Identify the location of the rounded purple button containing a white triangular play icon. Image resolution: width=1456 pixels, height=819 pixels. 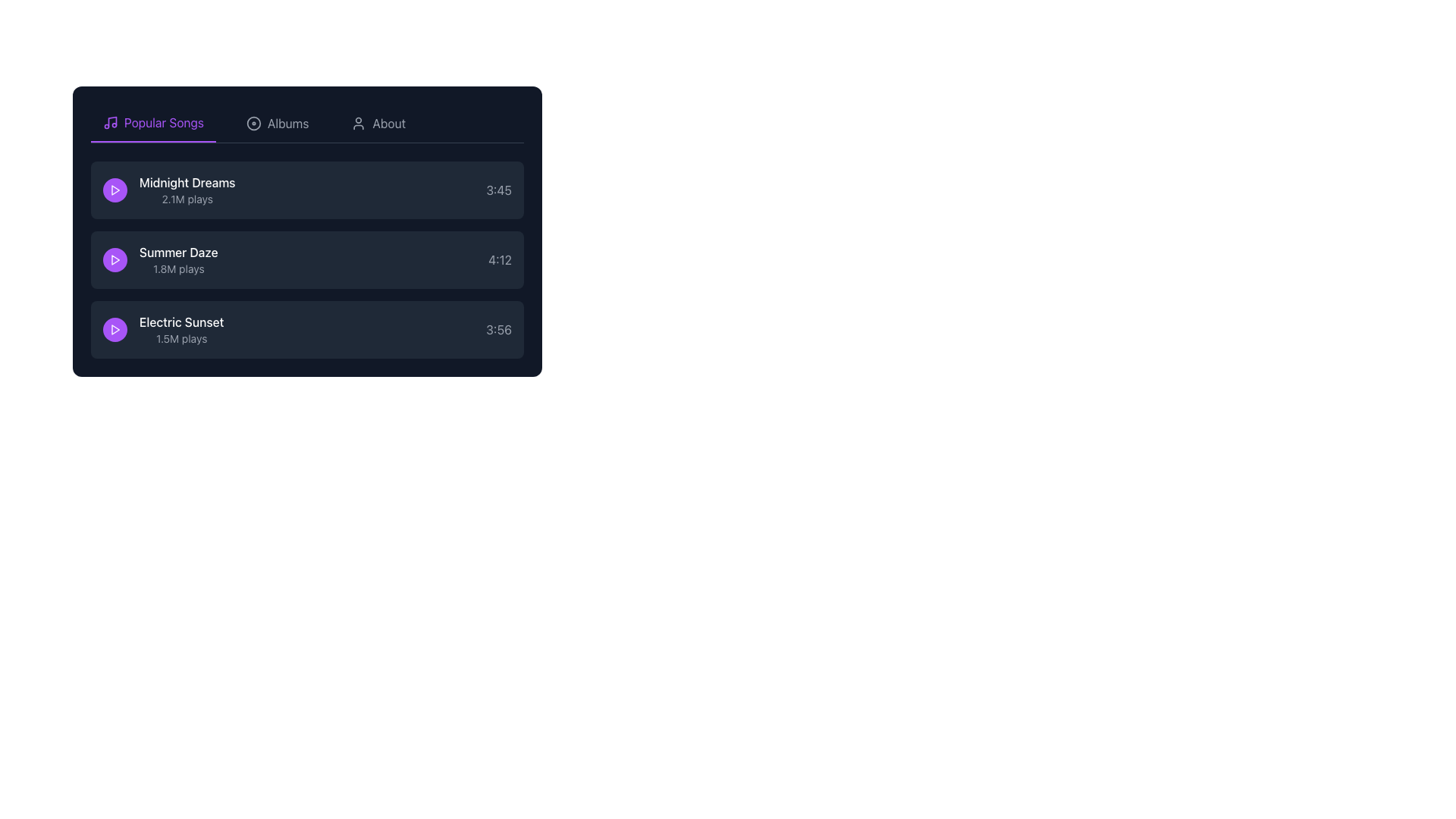
(115, 259).